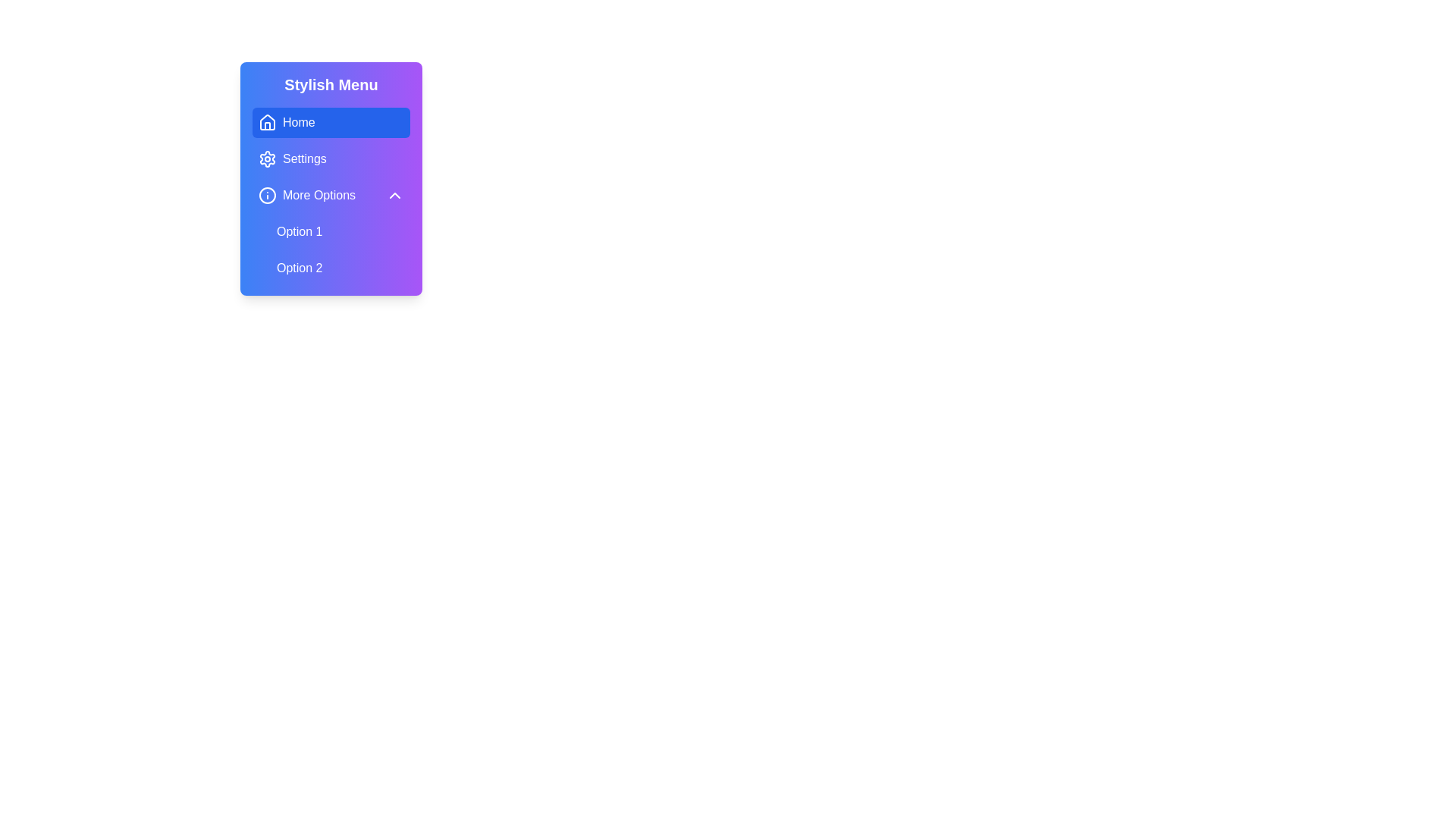 The image size is (1456, 819). I want to click on the 'More Options' text label, which features white text on a gradient blue and purple background, located under the 'Settings' option, so click(318, 195).